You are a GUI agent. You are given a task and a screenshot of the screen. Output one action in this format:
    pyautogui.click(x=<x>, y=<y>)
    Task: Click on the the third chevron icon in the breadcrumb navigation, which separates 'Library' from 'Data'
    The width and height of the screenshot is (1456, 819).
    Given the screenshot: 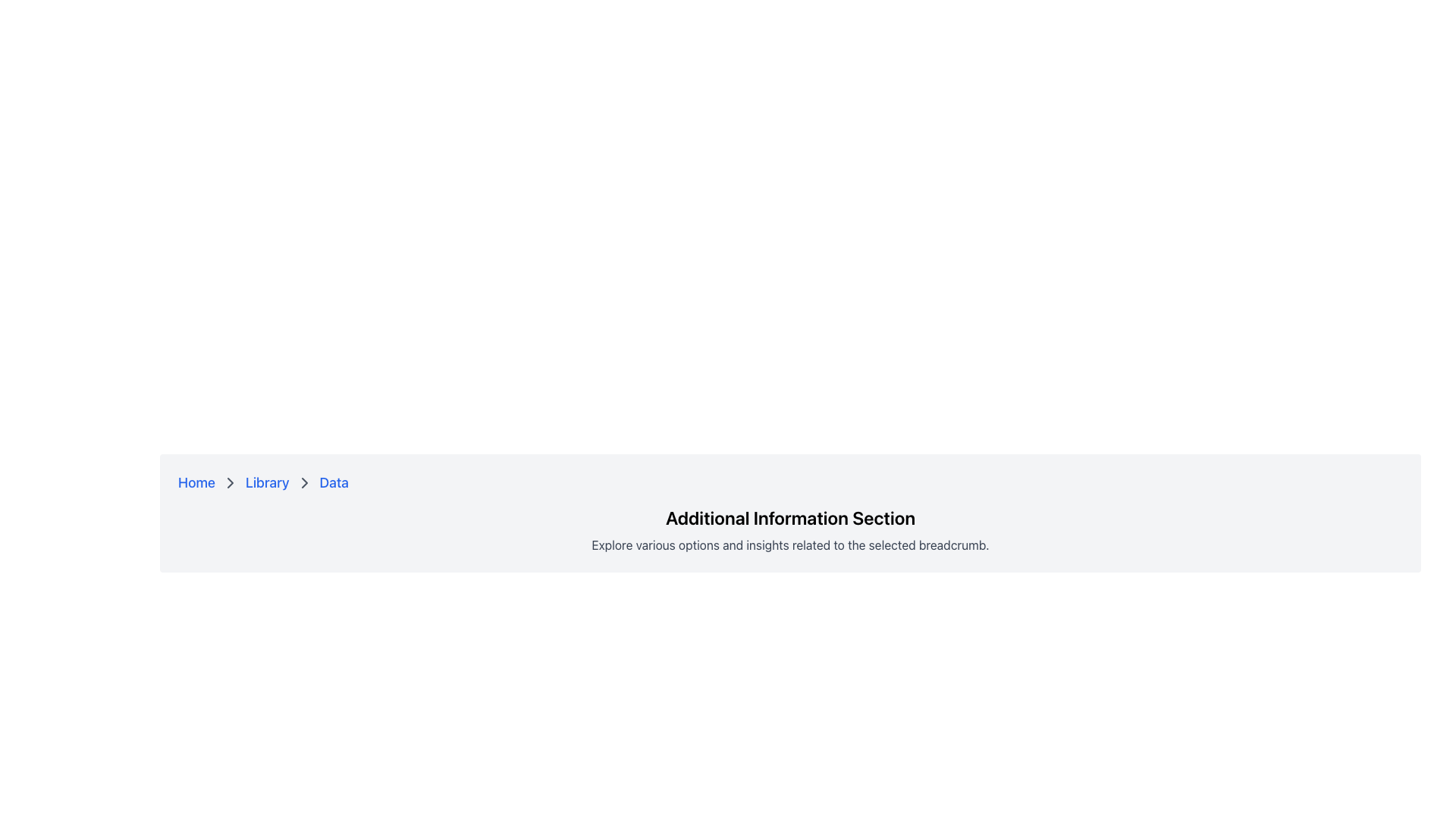 What is the action you would take?
    pyautogui.click(x=303, y=482)
    